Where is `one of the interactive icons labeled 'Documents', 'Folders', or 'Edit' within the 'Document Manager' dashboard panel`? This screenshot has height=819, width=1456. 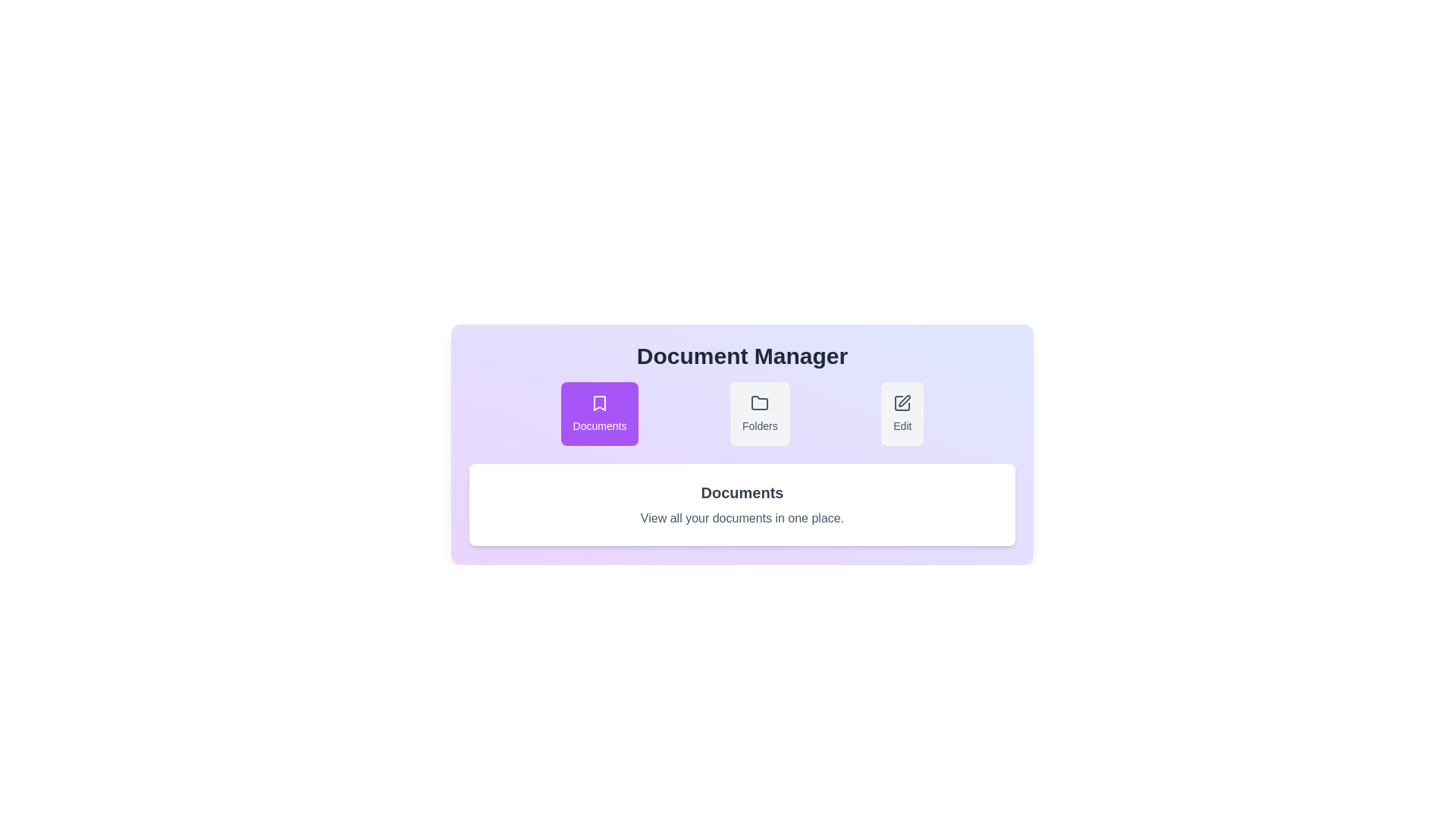
one of the interactive icons labeled 'Documents', 'Folders', or 'Edit' within the 'Document Manager' dashboard panel is located at coordinates (742, 435).